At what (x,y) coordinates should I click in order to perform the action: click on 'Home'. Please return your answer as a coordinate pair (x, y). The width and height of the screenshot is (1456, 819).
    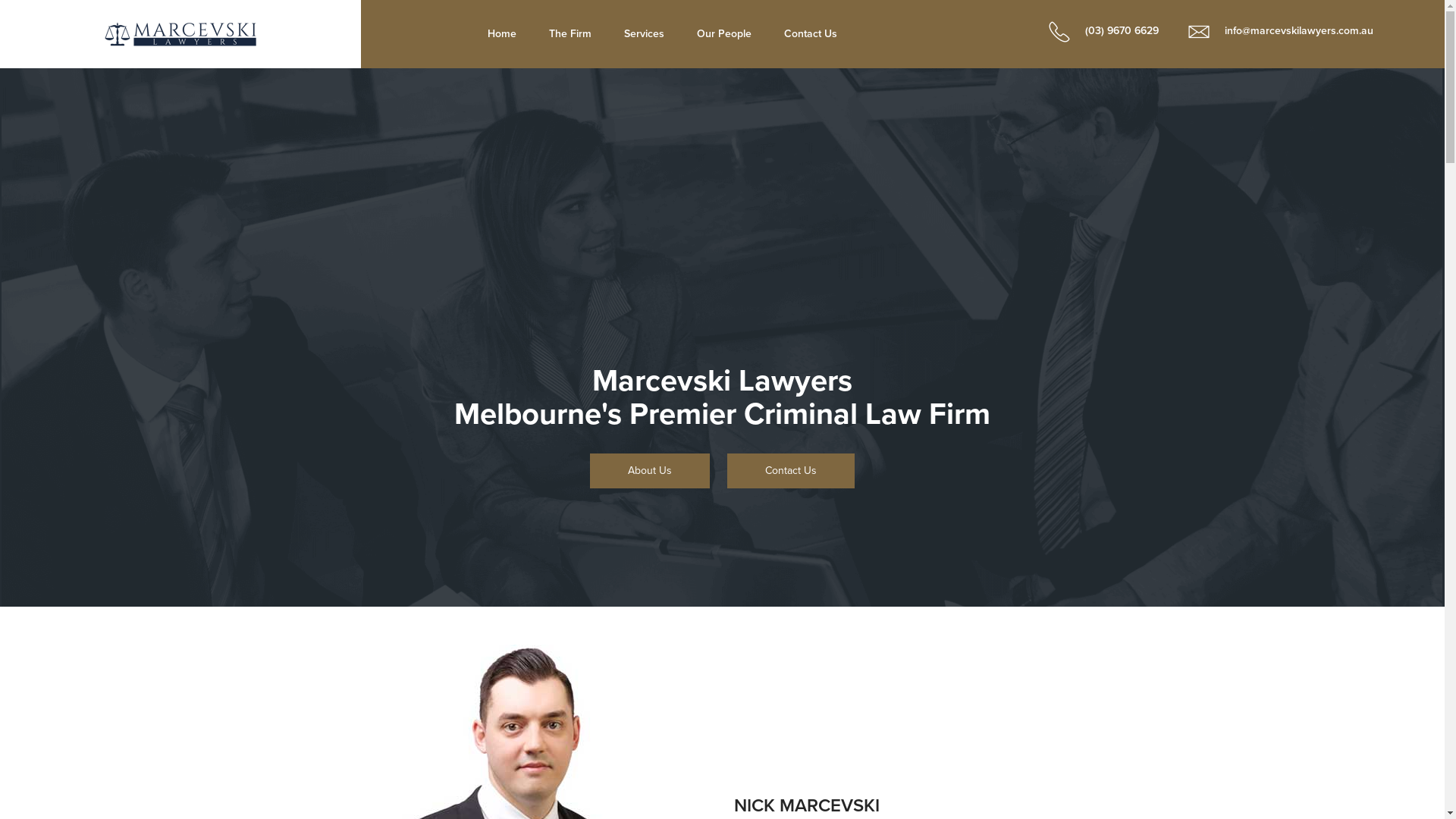
    Looking at the image, I should click on (502, 34).